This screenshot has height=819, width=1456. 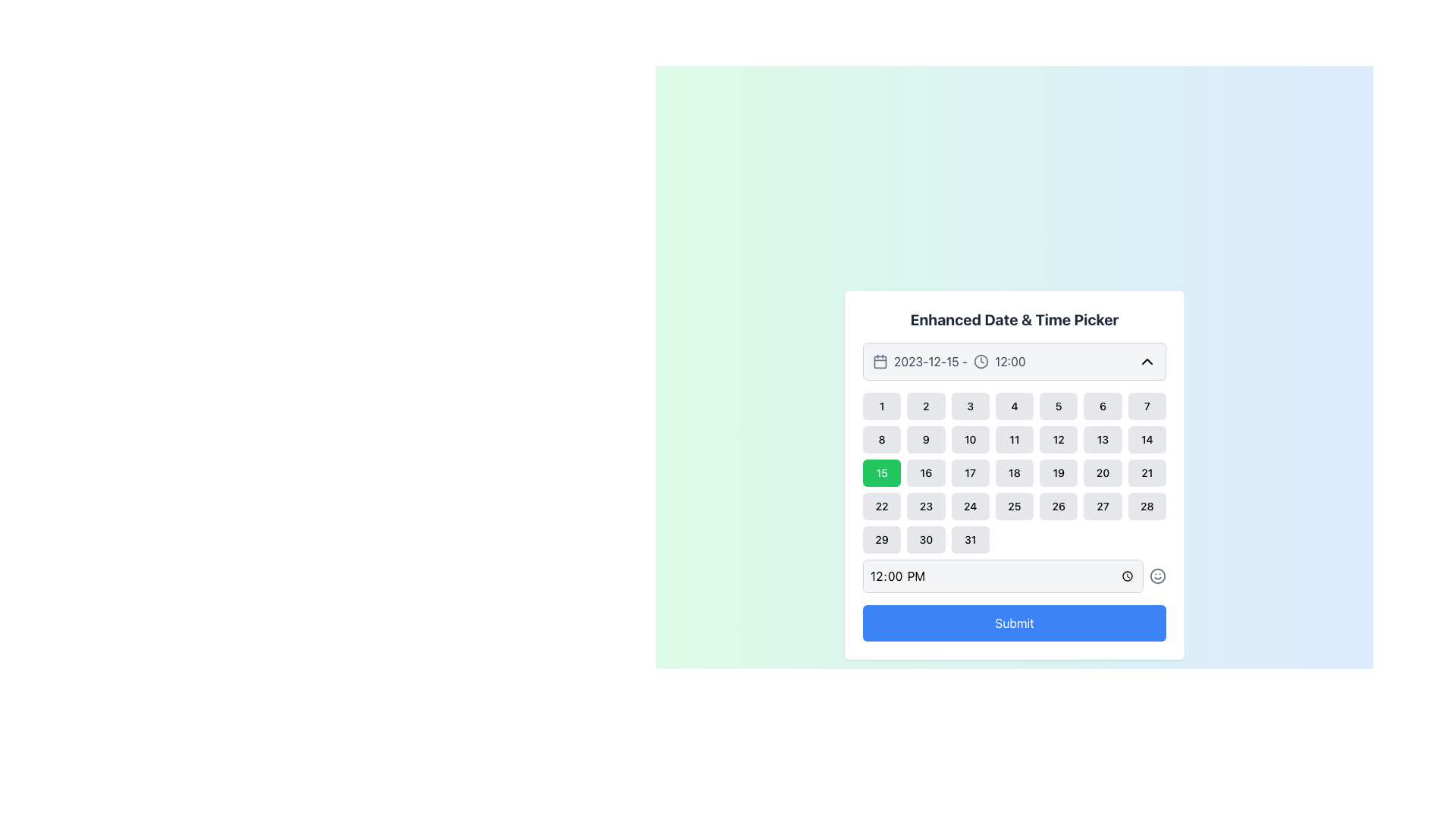 I want to click on the date selection button located, so click(x=969, y=439).